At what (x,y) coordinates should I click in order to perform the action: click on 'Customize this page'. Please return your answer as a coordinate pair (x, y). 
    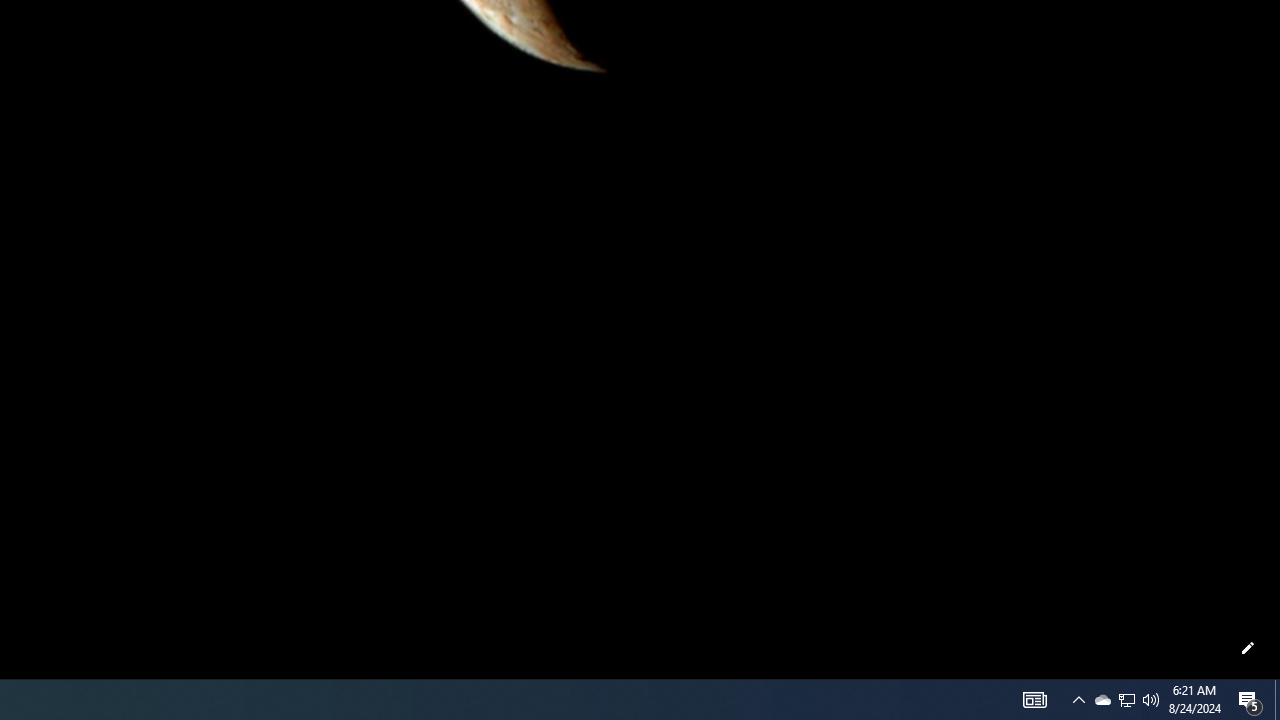
    Looking at the image, I should click on (1247, 648).